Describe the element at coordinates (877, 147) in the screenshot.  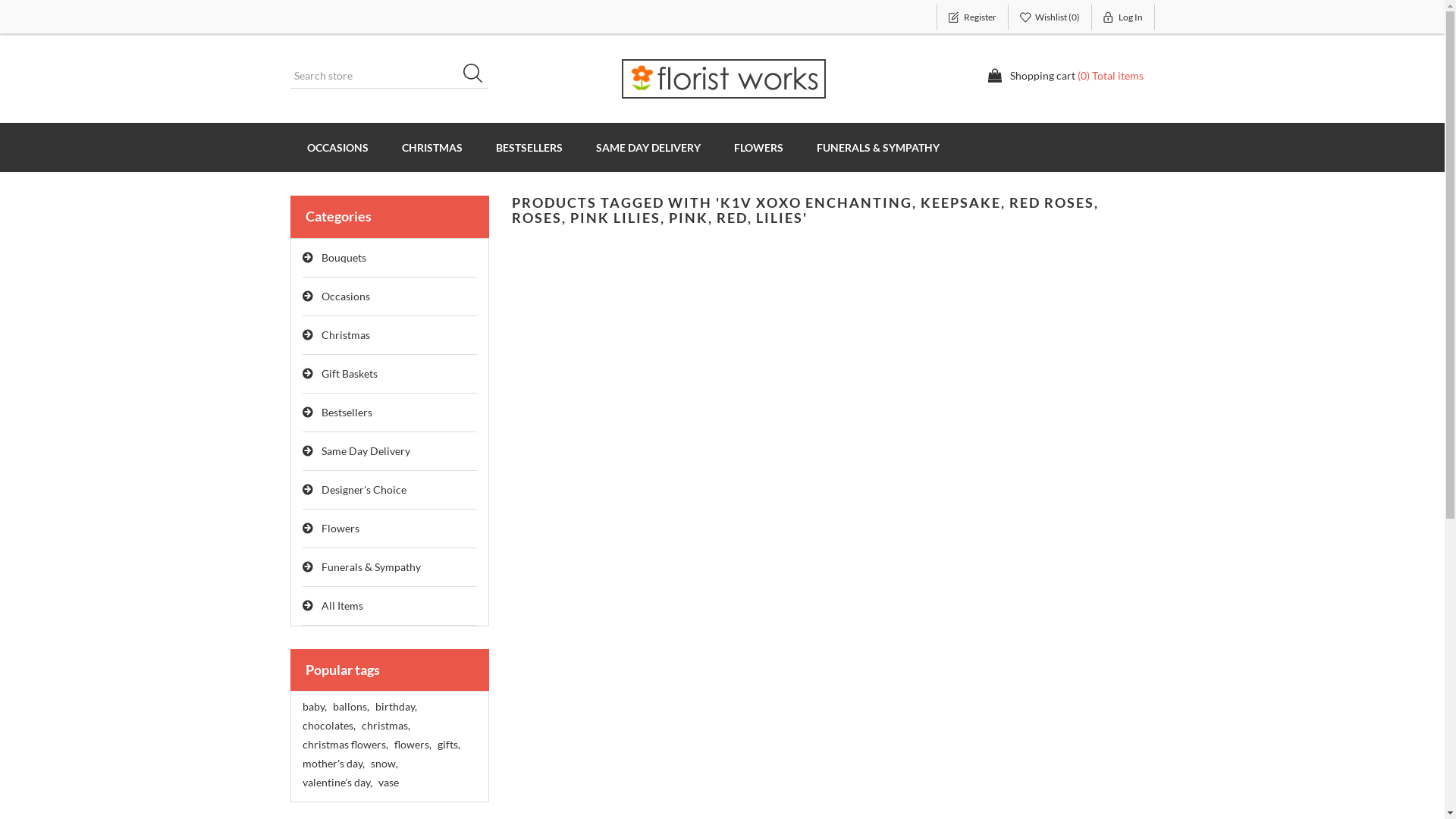
I see `'FUNERALS & SYMPATHY'` at that location.